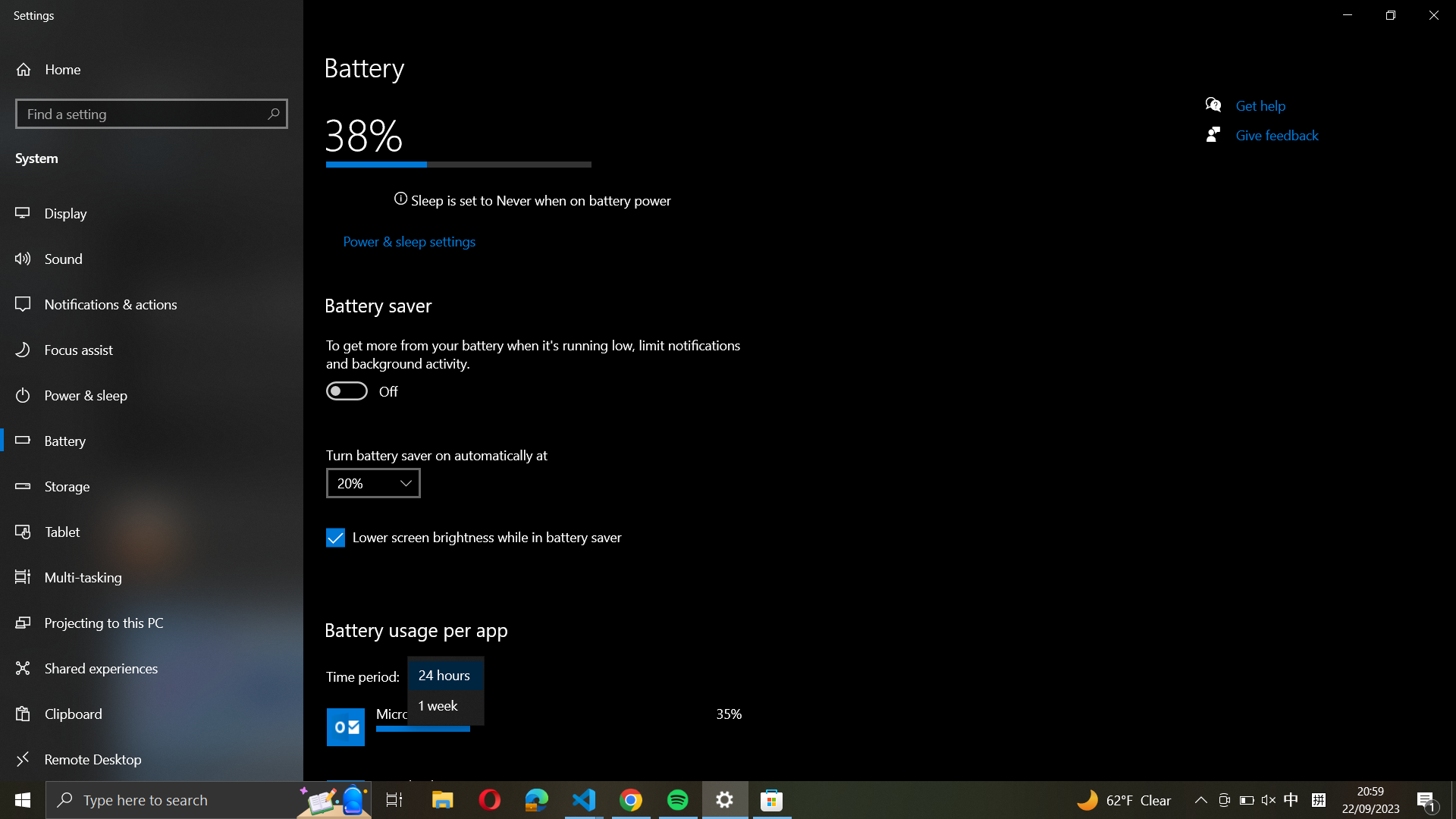  What do you see at coordinates (345, 390) in the screenshot?
I see `When battery saver mode is on, activate notification restrictions and minimize background activity` at bounding box center [345, 390].